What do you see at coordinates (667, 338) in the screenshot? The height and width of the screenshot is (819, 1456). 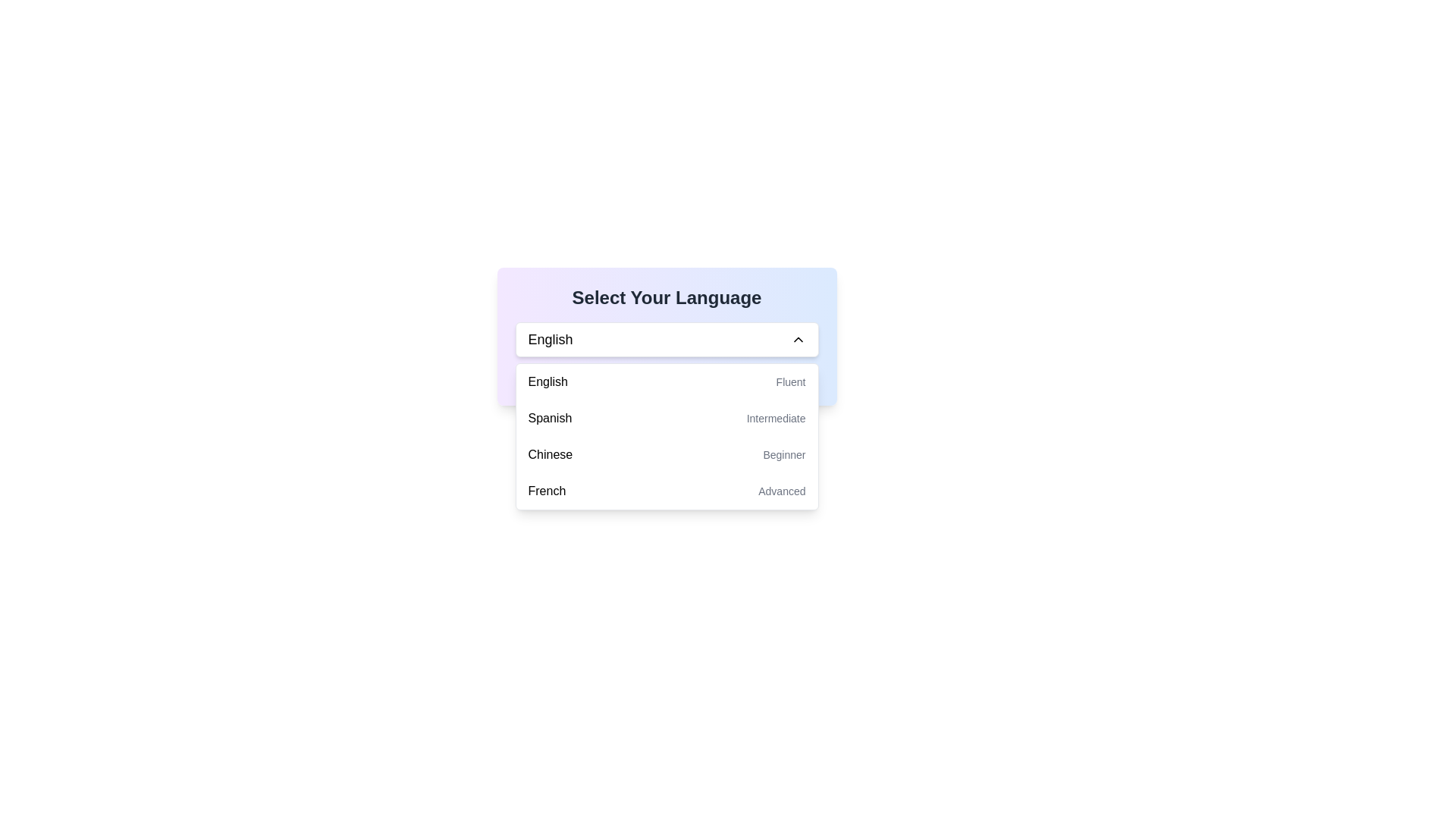 I see `on the language selection dropdown menu displaying 'English'` at bounding box center [667, 338].